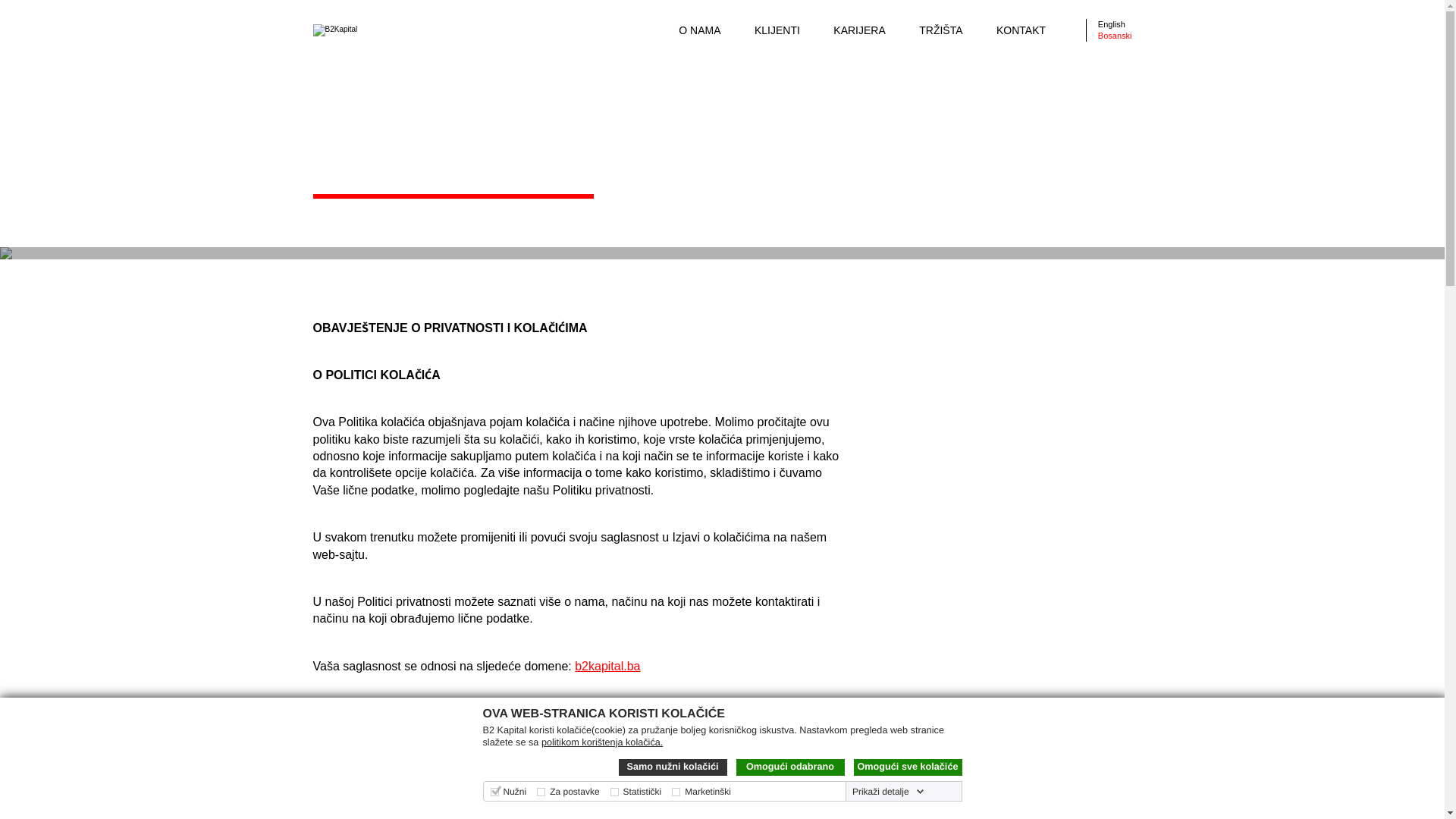 The image size is (1456, 819). Describe the element at coordinates (777, 30) in the screenshot. I see `'KLIJENTI'` at that location.